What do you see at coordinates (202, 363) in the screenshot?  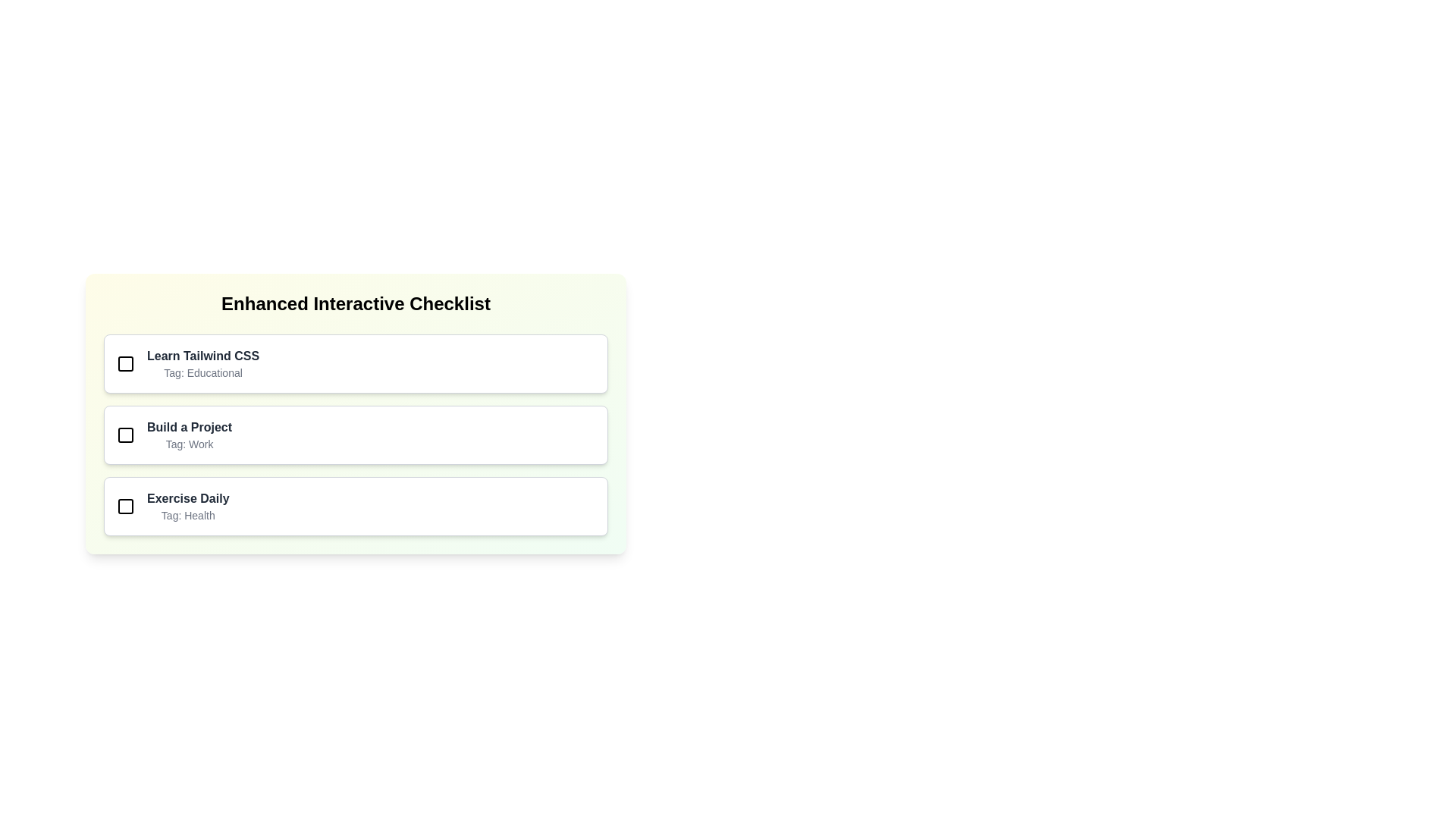 I see `the text label displaying the task title 'Learn Tailwind CSS' and its associated tag 'Educational', located in the first card of the 'Enhanced Interactive Checklist'` at bounding box center [202, 363].